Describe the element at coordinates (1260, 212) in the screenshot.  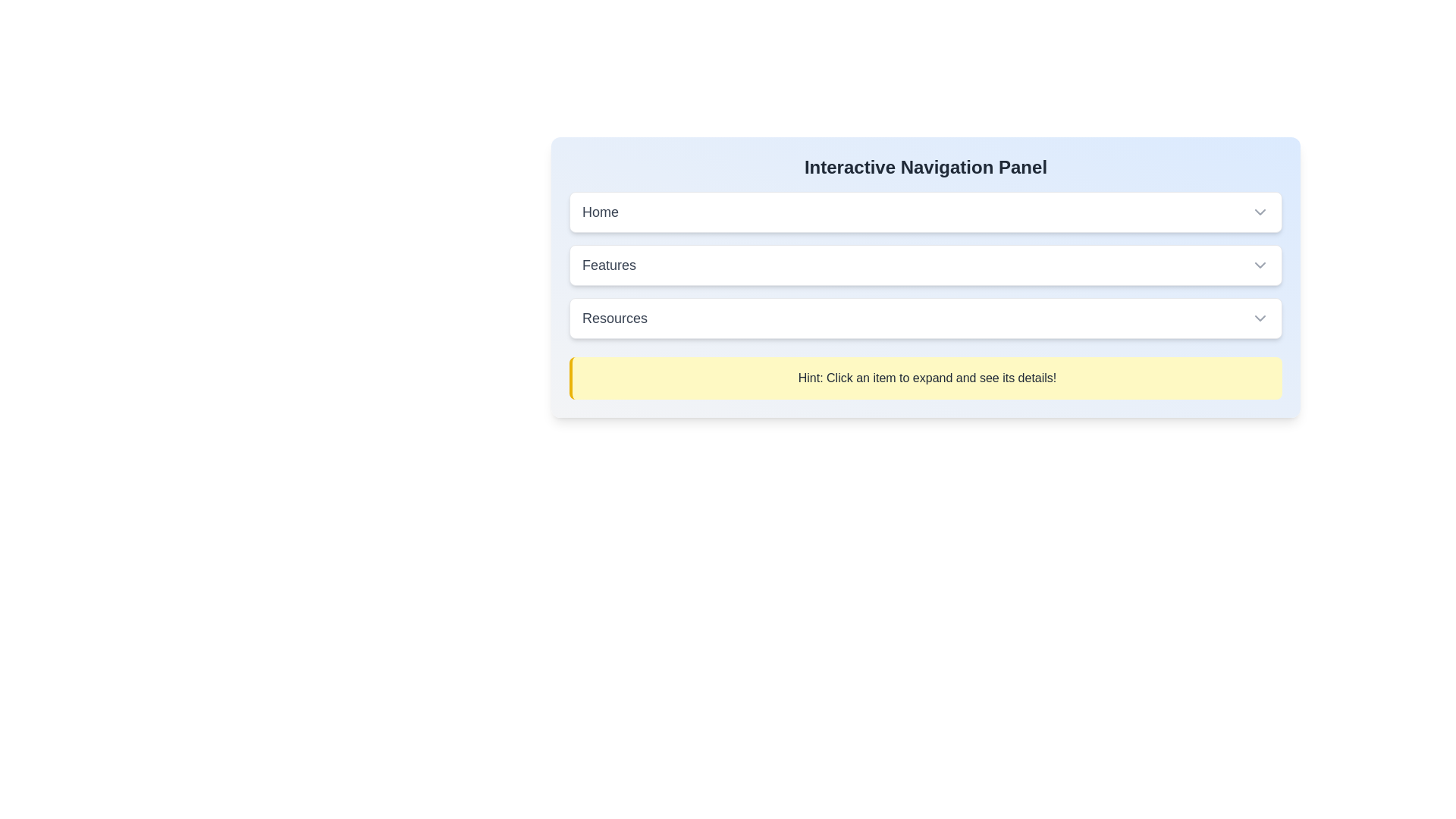
I see `the Chevron Down icon located to the right of the 'Home' navigation button` at that location.